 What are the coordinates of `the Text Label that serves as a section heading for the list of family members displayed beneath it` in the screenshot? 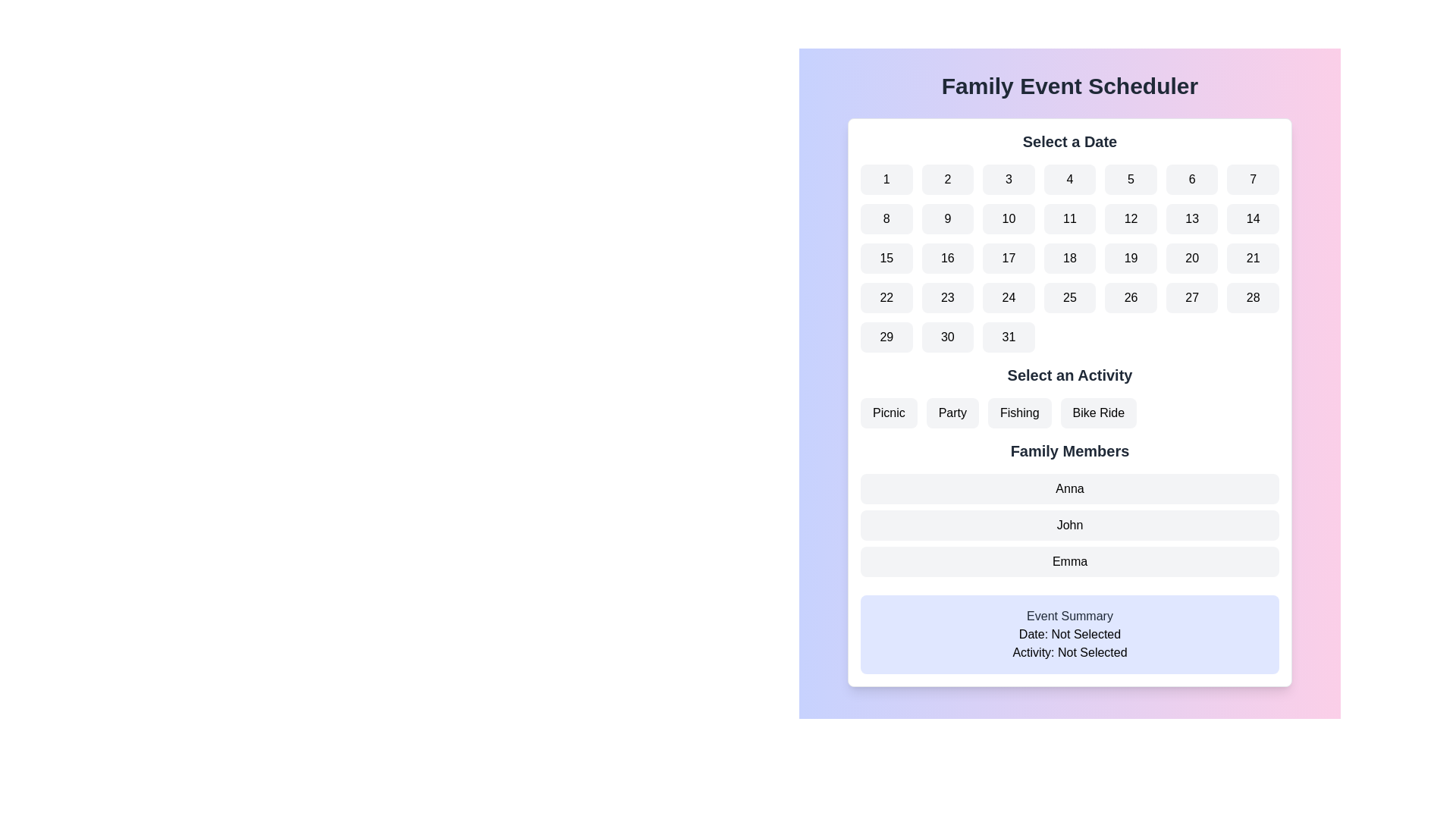 It's located at (1069, 450).